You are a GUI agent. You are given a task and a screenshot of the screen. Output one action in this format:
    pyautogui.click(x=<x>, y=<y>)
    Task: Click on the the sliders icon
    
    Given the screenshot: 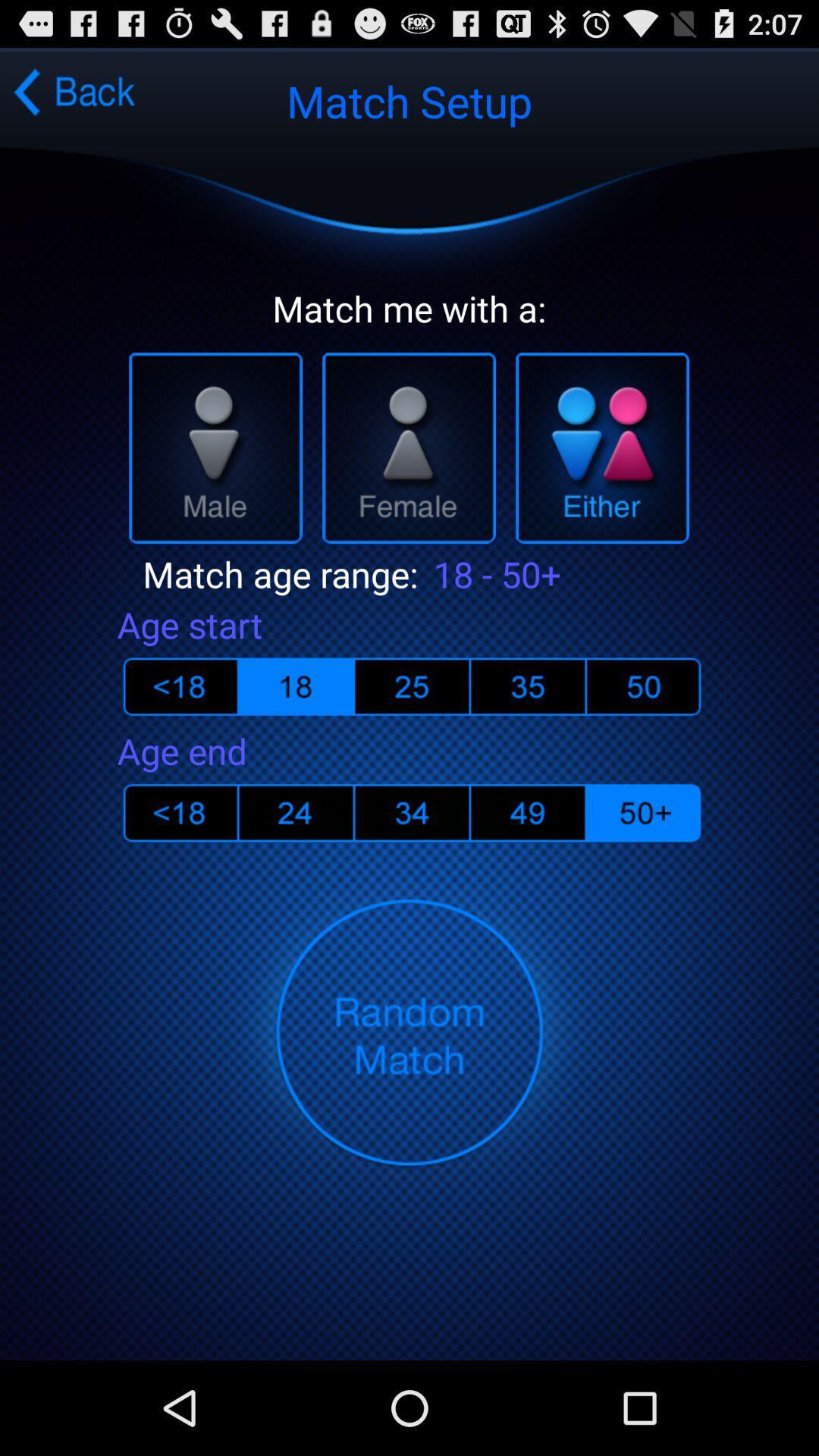 What is the action you would take?
    pyautogui.click(x=648, y=737)
    